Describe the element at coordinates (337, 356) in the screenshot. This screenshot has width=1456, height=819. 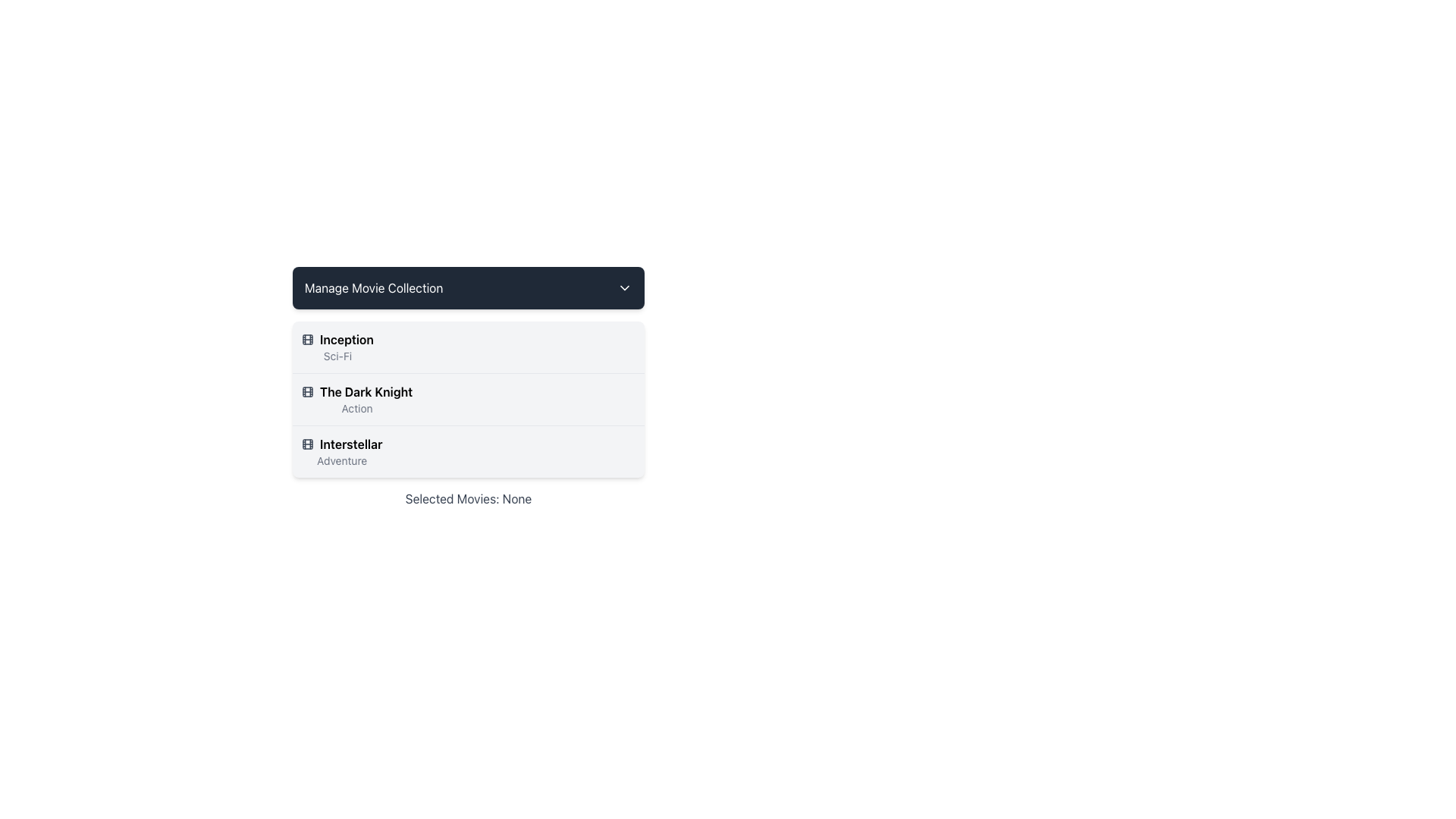
I see `the Text label displaying the genre 'Sci-Fi' for the movie 'Inception', located directly below the title 'Inception' in the movie list` at that location.